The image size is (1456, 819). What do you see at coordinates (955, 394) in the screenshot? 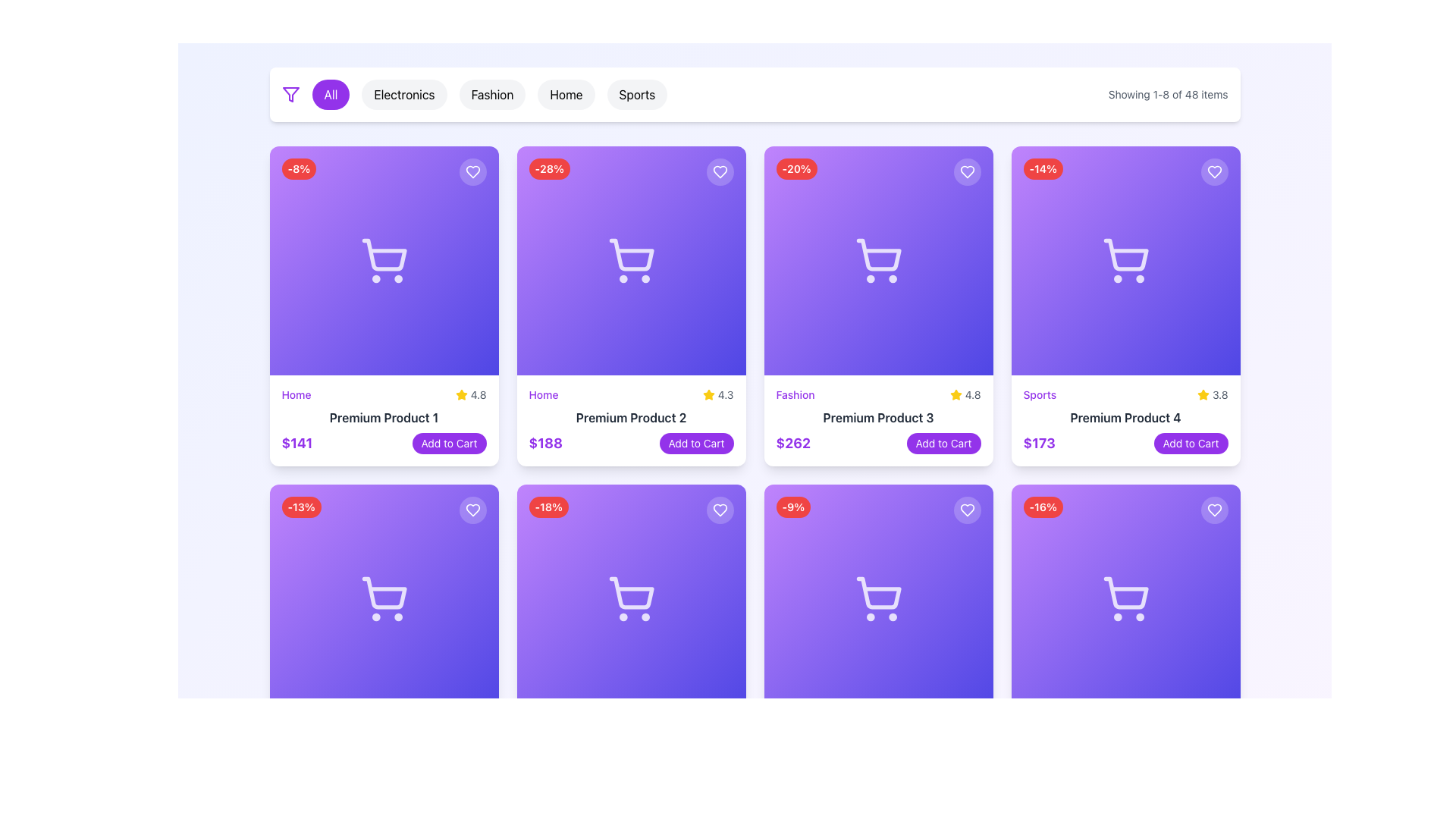
I see `the rating or favorite indicator icon located in the third card of the top row under the title 'Fashion'` at bounding box center [955, 394].